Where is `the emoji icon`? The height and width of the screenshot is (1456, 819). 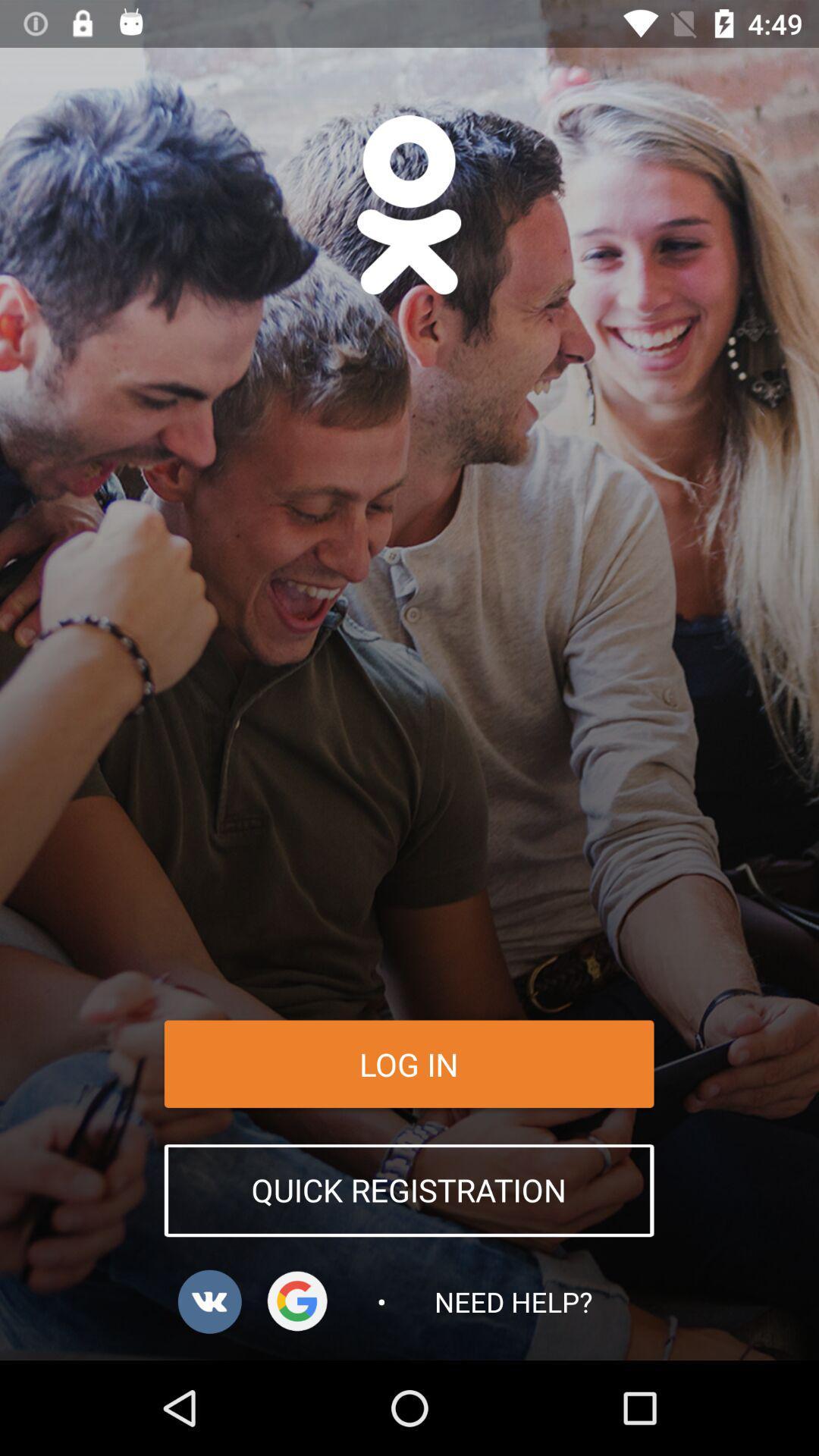
the emoji icon is located at coordinates (408, 204).